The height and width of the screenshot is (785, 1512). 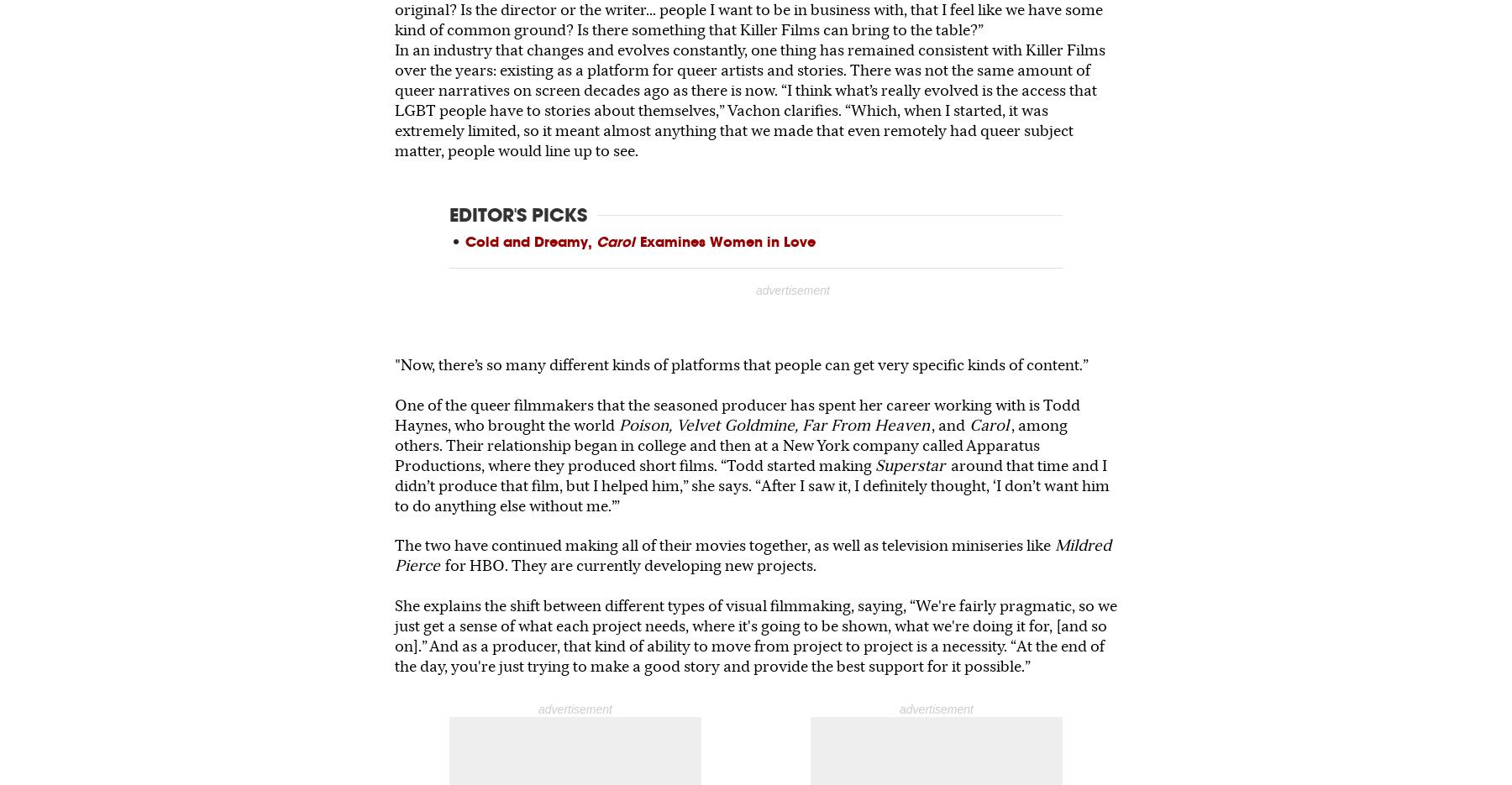 I want to click on 'The two have continued making all of their movies together, as well as television miniseries like', so click(x=722, y=545).